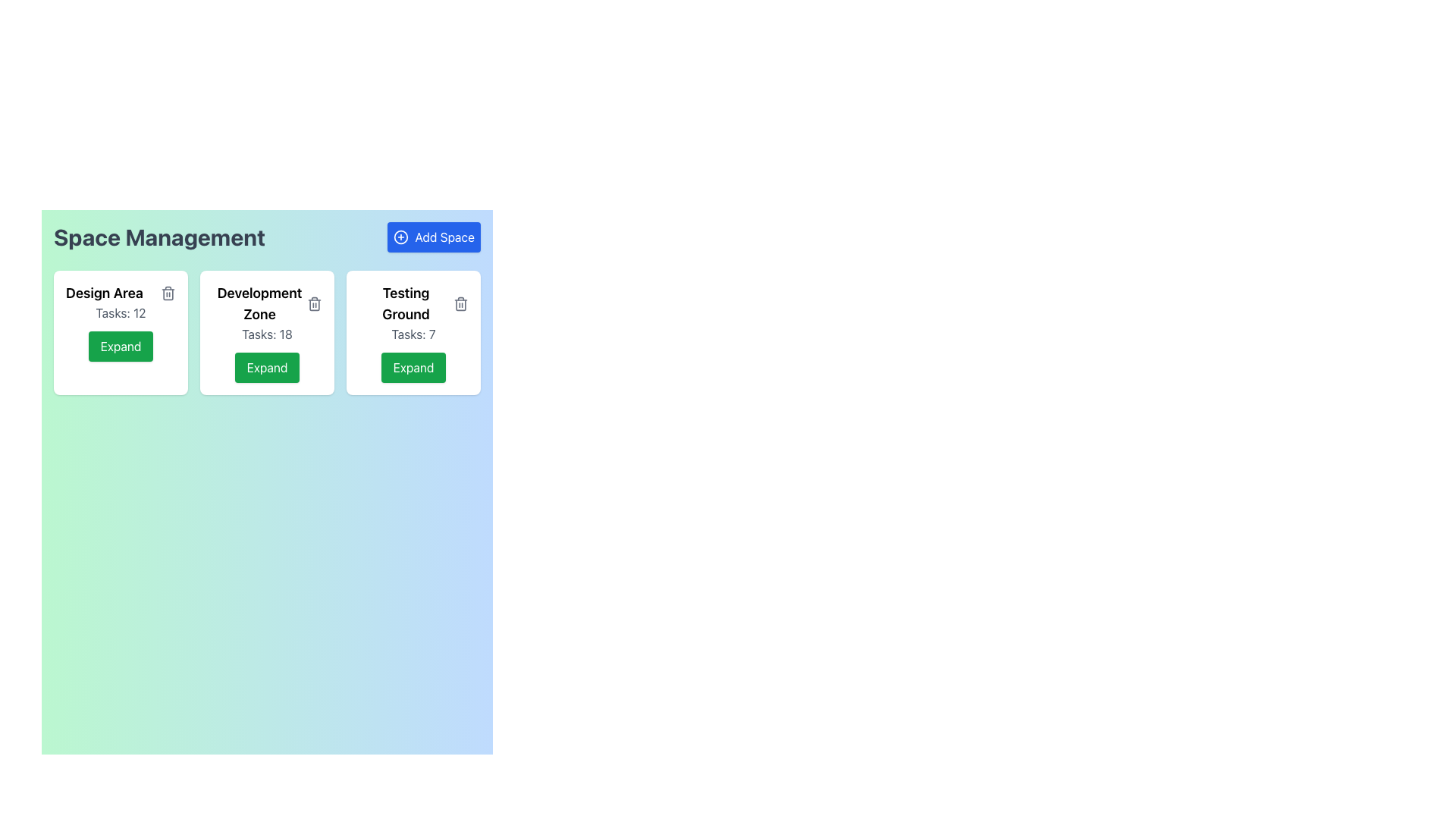 The width and height of the screenshot is (1456, 819). I want to click on the text label displaying 'Tasks: 12', which is styled in gray and located below the 'Design Area' heading in the card-like structure, so click(120, 312).